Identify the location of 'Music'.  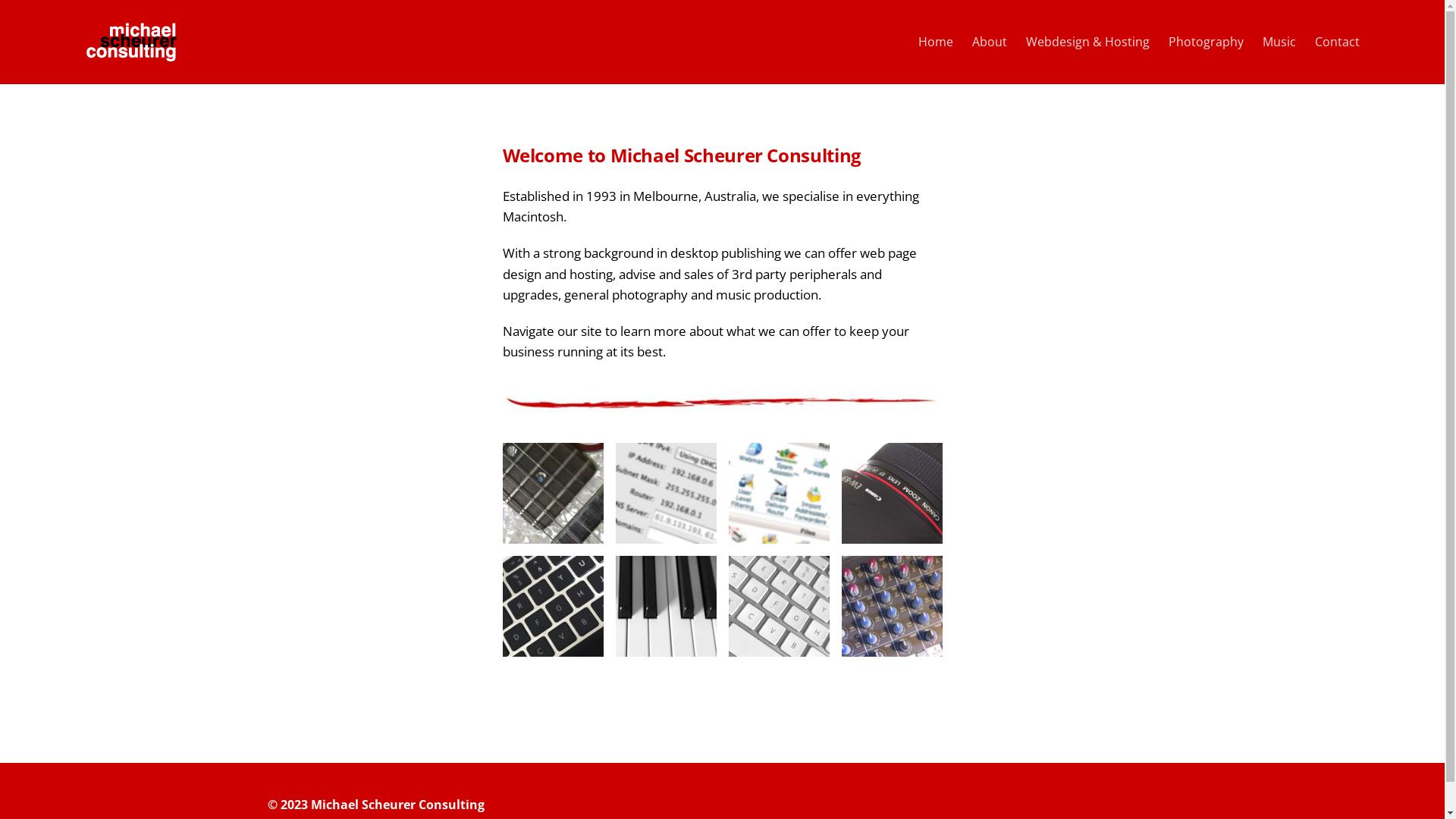
(1277, 41).